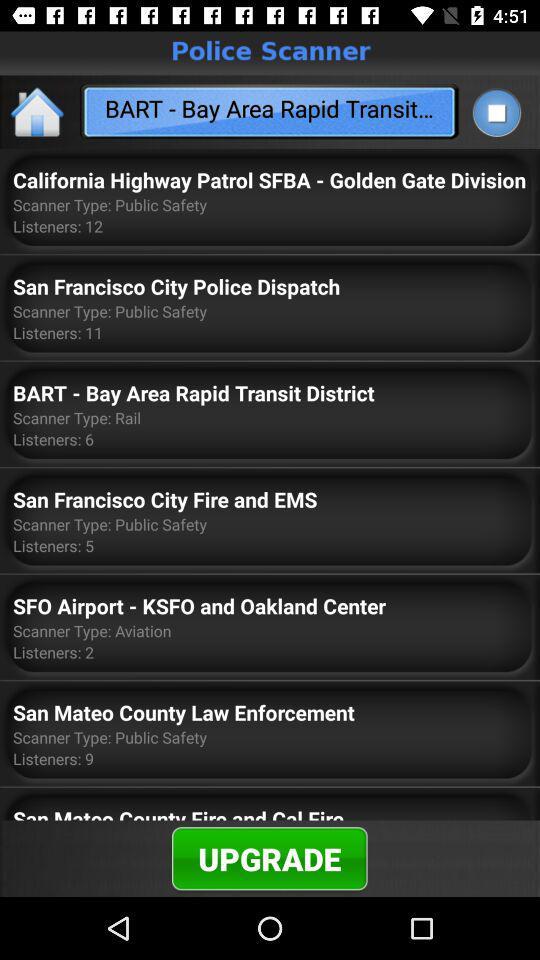 The height and width of the screenshot is (960, 540). I want to click on app to the left of bart bay area item, so click(38, 111).